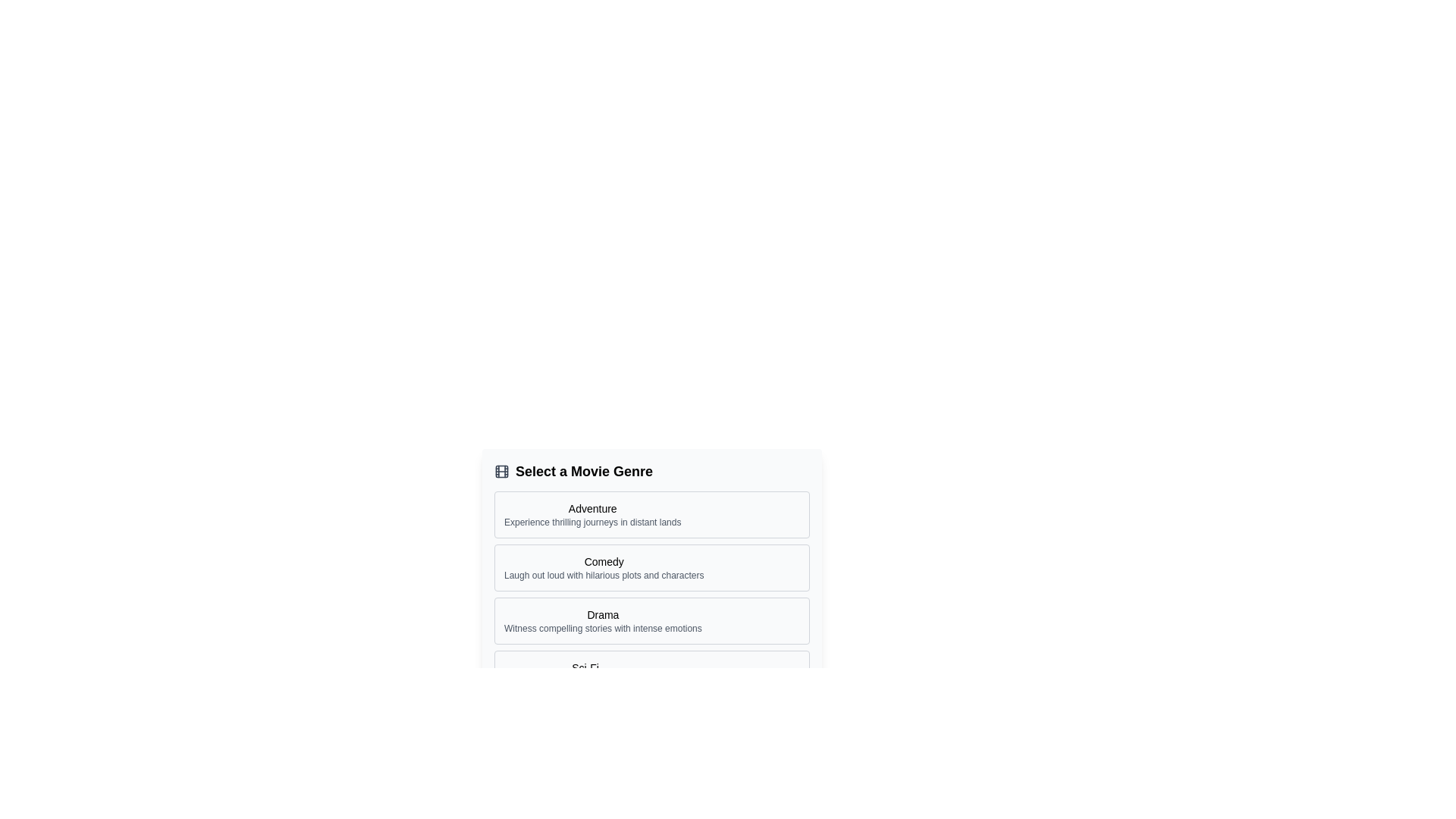 This screenshot has width=1456, height=819. I want to click on the label that denotes the Sci-Fi movie genre, located in the bottommost genre section under 'Select a Movie Genre', so click(585, 667).